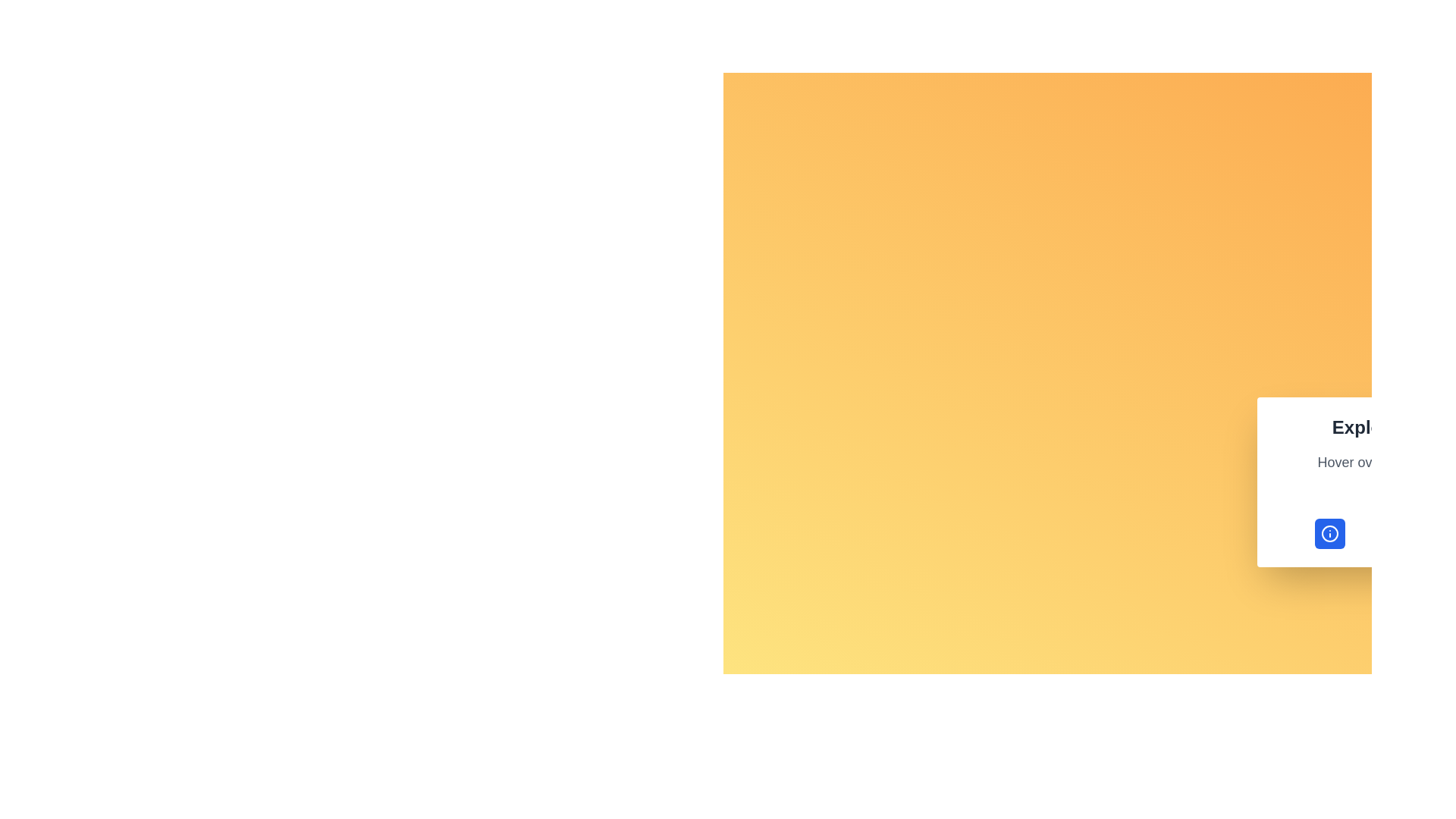 The width and height of the screenshot is (1456, 819). Describe the element at coordinates (1329, 533) in the screenshot. I see `the blue circular button with a white information icon for keyboard navigation` at that location.